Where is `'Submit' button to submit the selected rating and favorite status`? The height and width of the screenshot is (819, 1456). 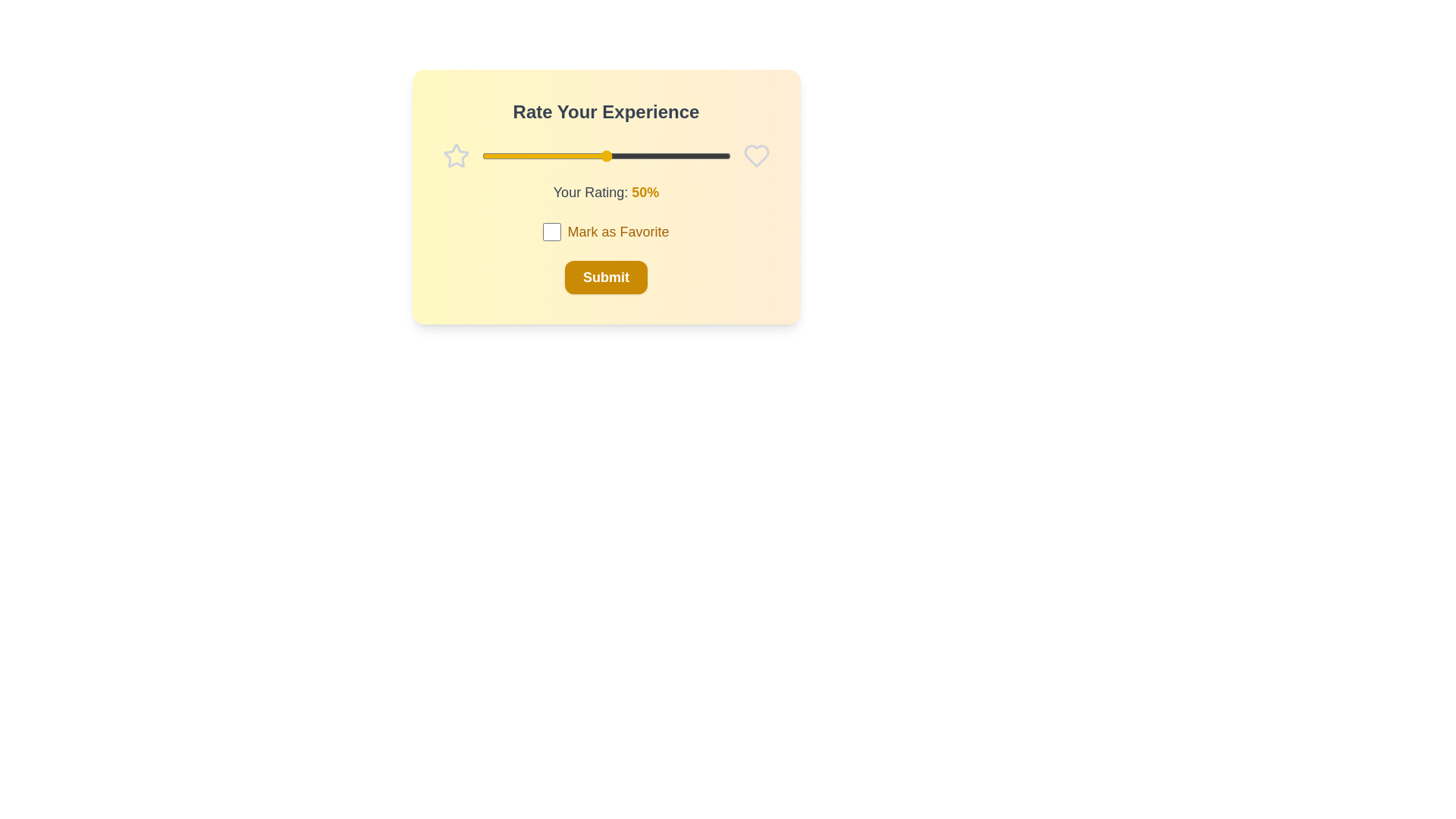 'Submit' button to submit the selected rating and favorite status is located at coordinates (605, 278).